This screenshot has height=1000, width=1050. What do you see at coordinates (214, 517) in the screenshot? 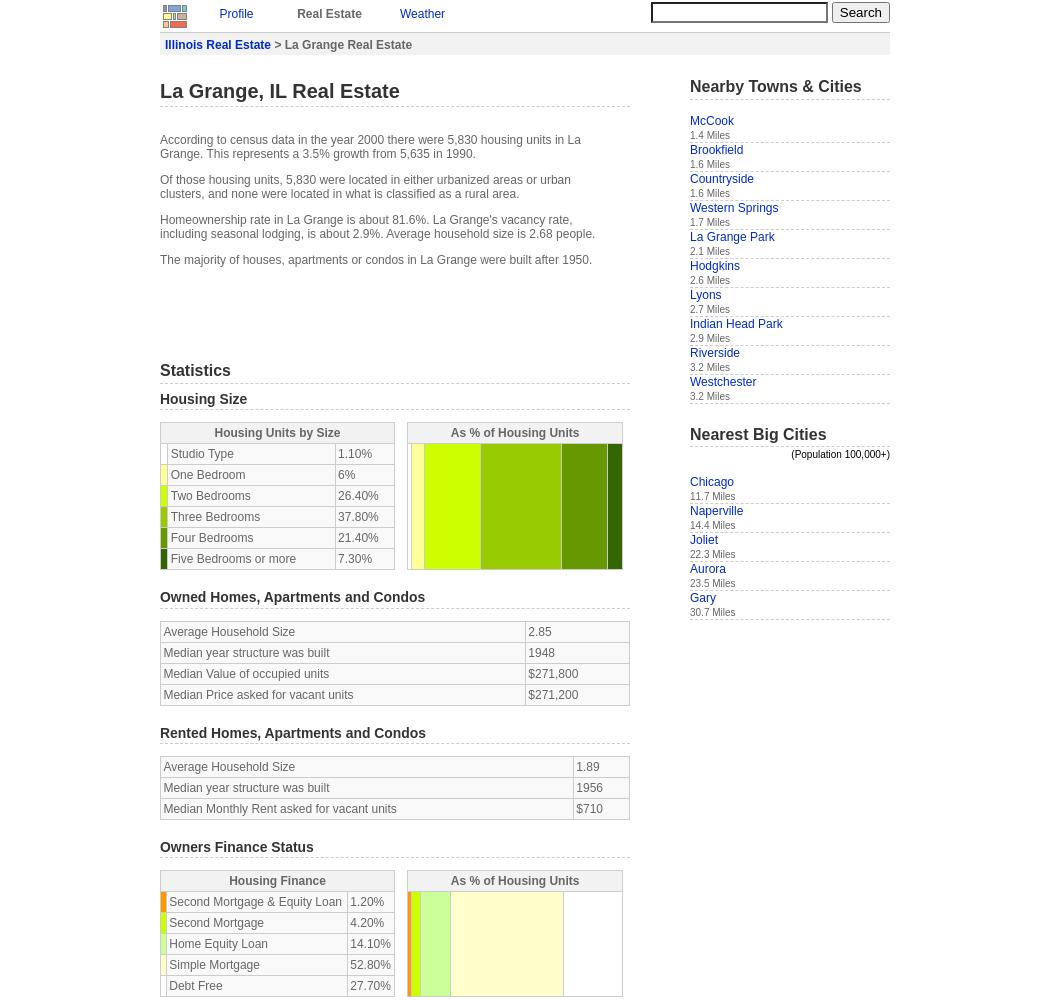
I see `'Three Bedrooms'` at bounding box center [214, 517].